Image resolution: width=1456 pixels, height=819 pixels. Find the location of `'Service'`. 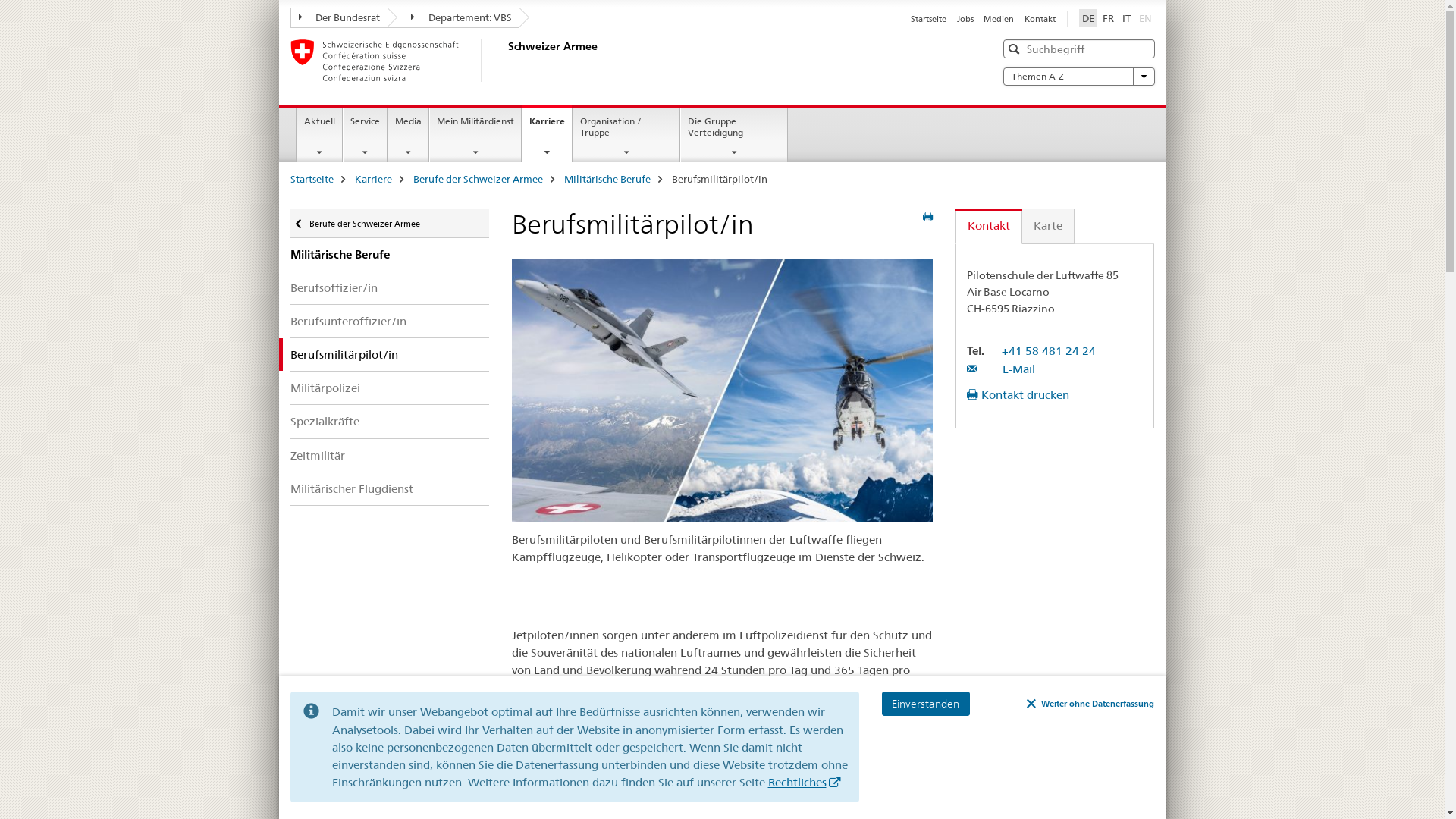

'Service' is located at coordinates (365, 133).